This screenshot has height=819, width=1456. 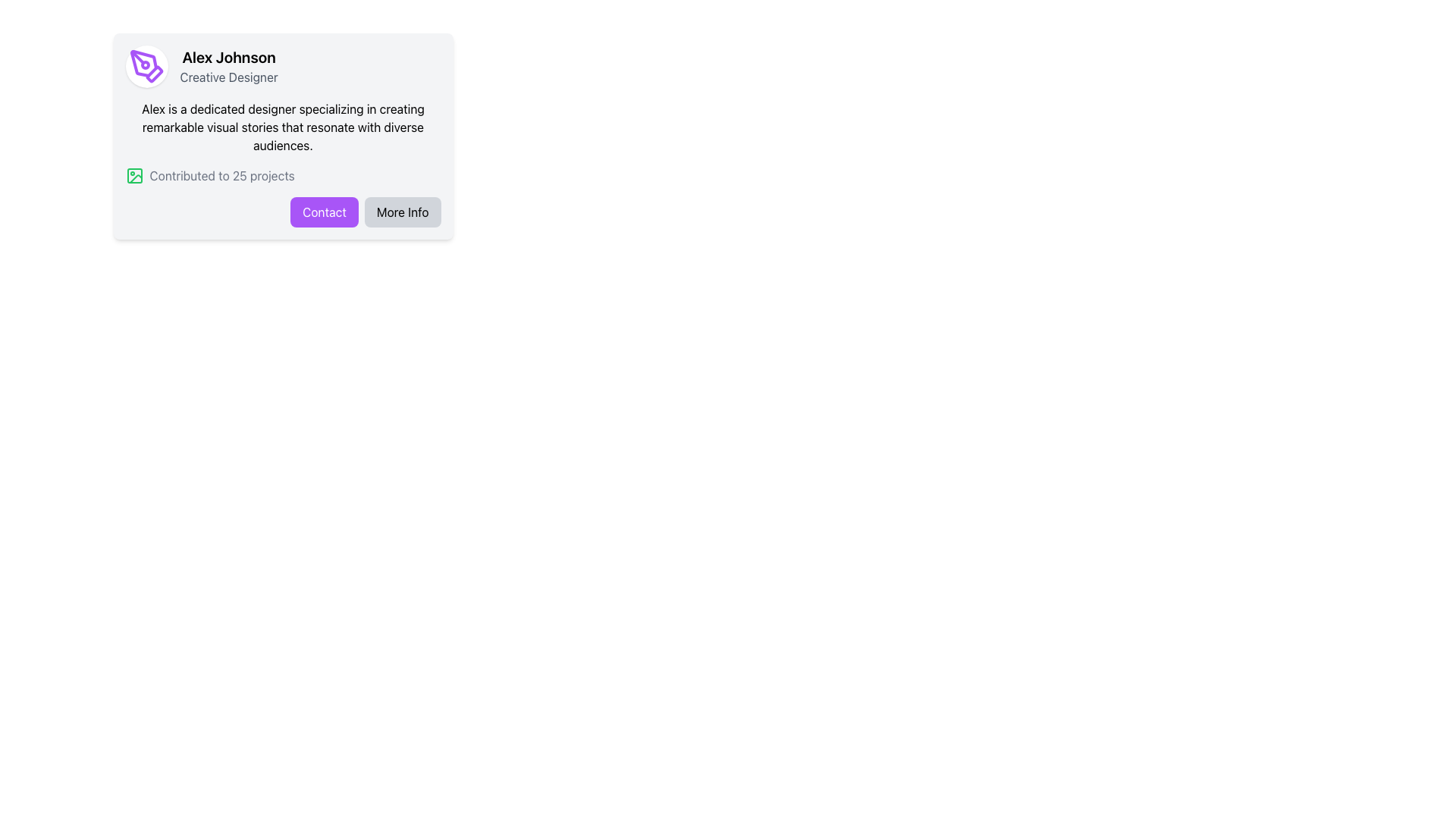 What do you see at coordinates (146, 66) in the screenshot?
I see `the purple pen tool icon located in the top-left corner of the user information card, which represents editing or designing tools` at bounding box center [146, 66].